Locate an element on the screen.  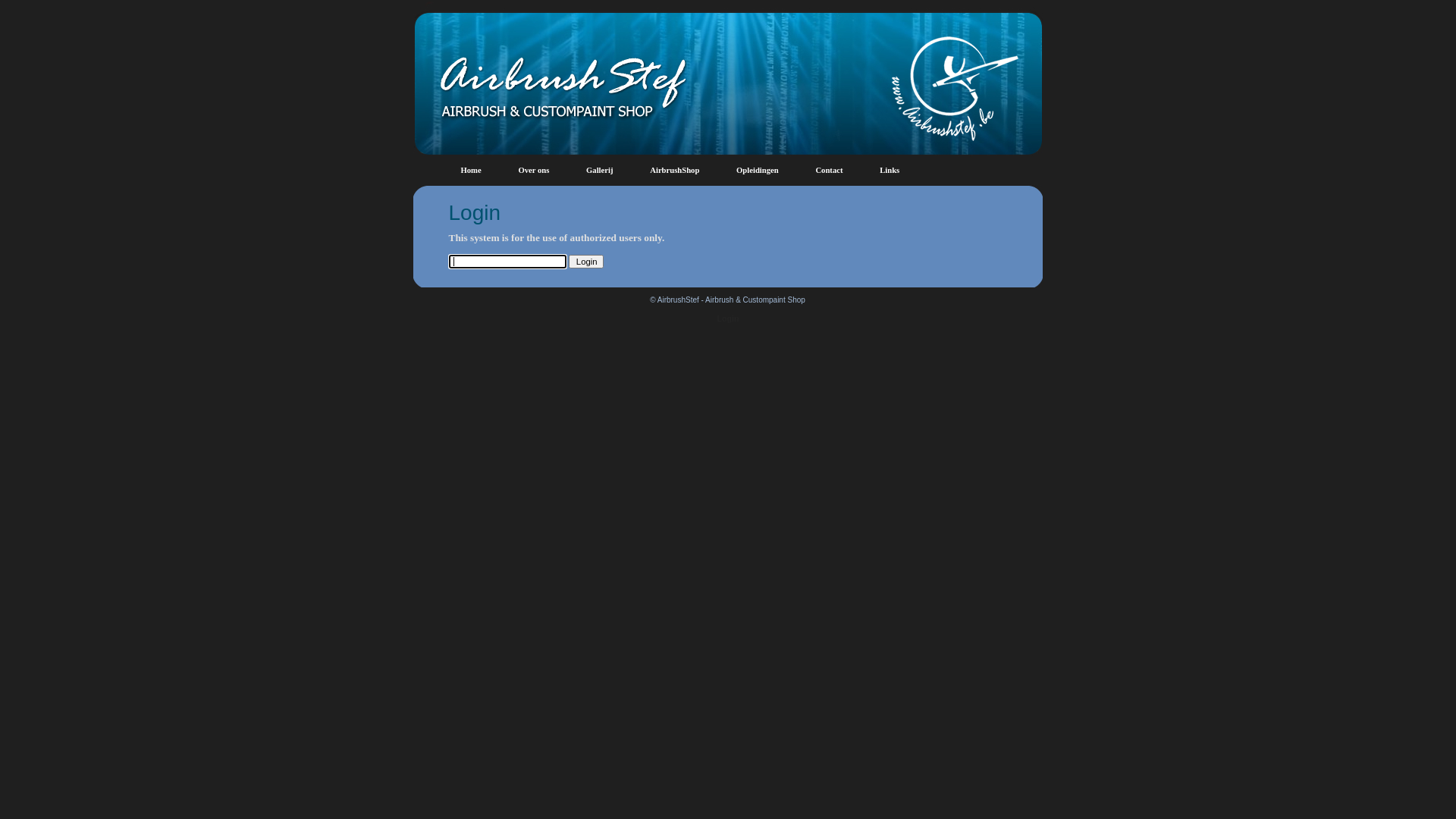
'Over ons' is located at coordinates (533, 170).